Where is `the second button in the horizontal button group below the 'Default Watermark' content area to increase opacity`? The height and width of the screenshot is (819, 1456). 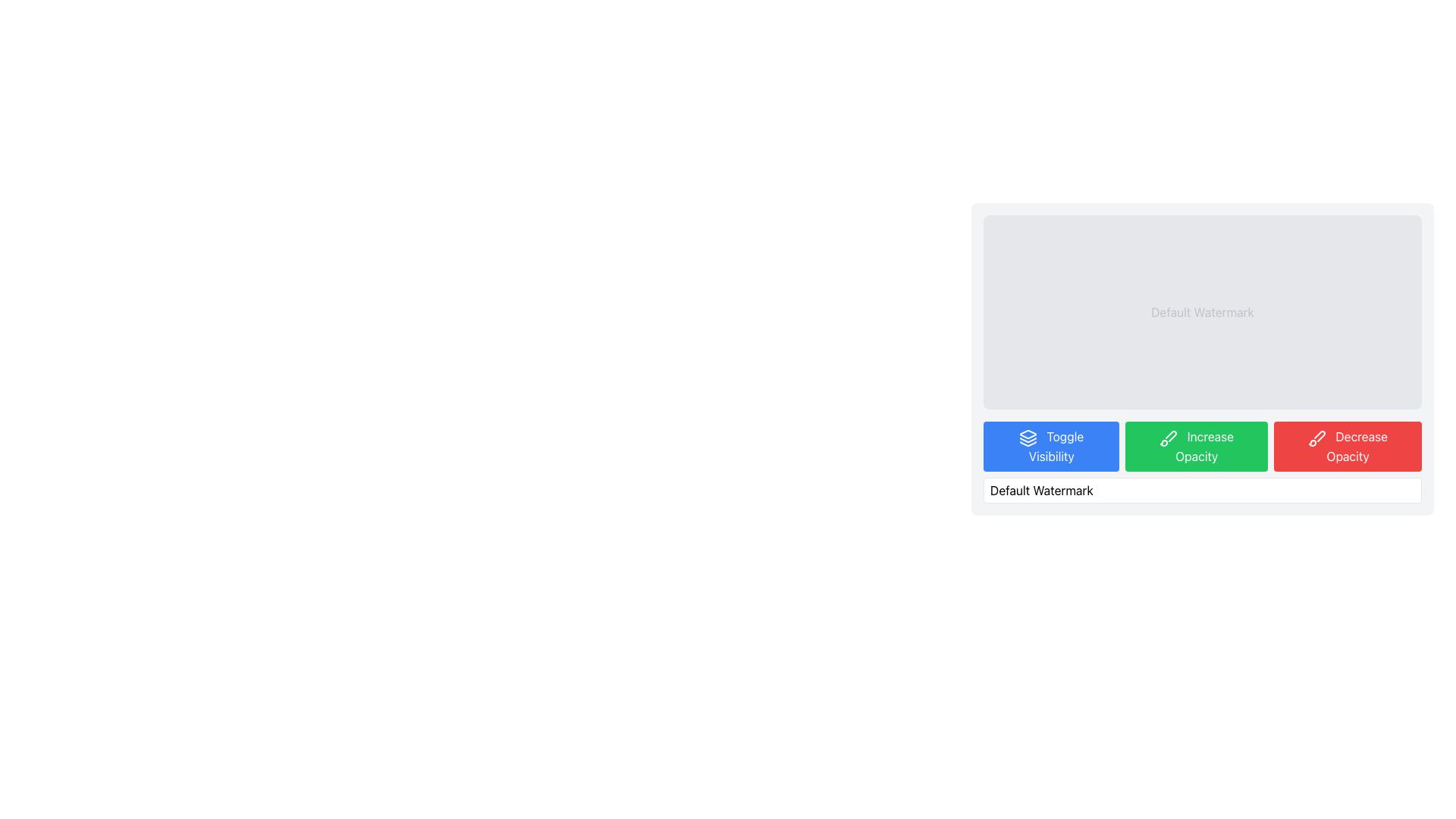 the second button in the horizontal button group below the 'Default Watermark' content area to increase opacity is located at coordinates (1201, 461).